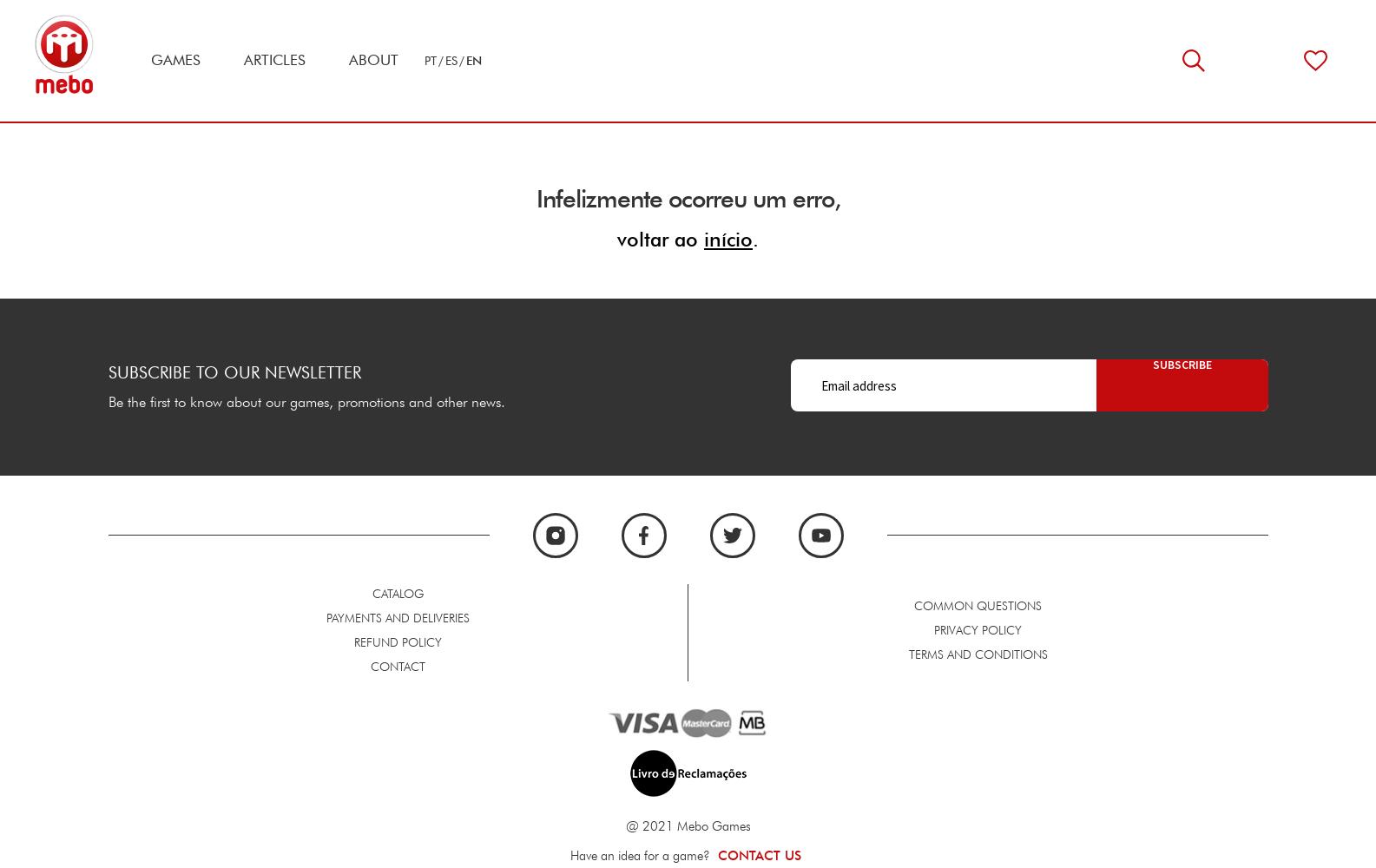 Image resolution: width=1376 pixels, height=868 pixels. Describe the element at coordinates (275, 848) in the screenshot. I see `'PASSWORD'` at that location.